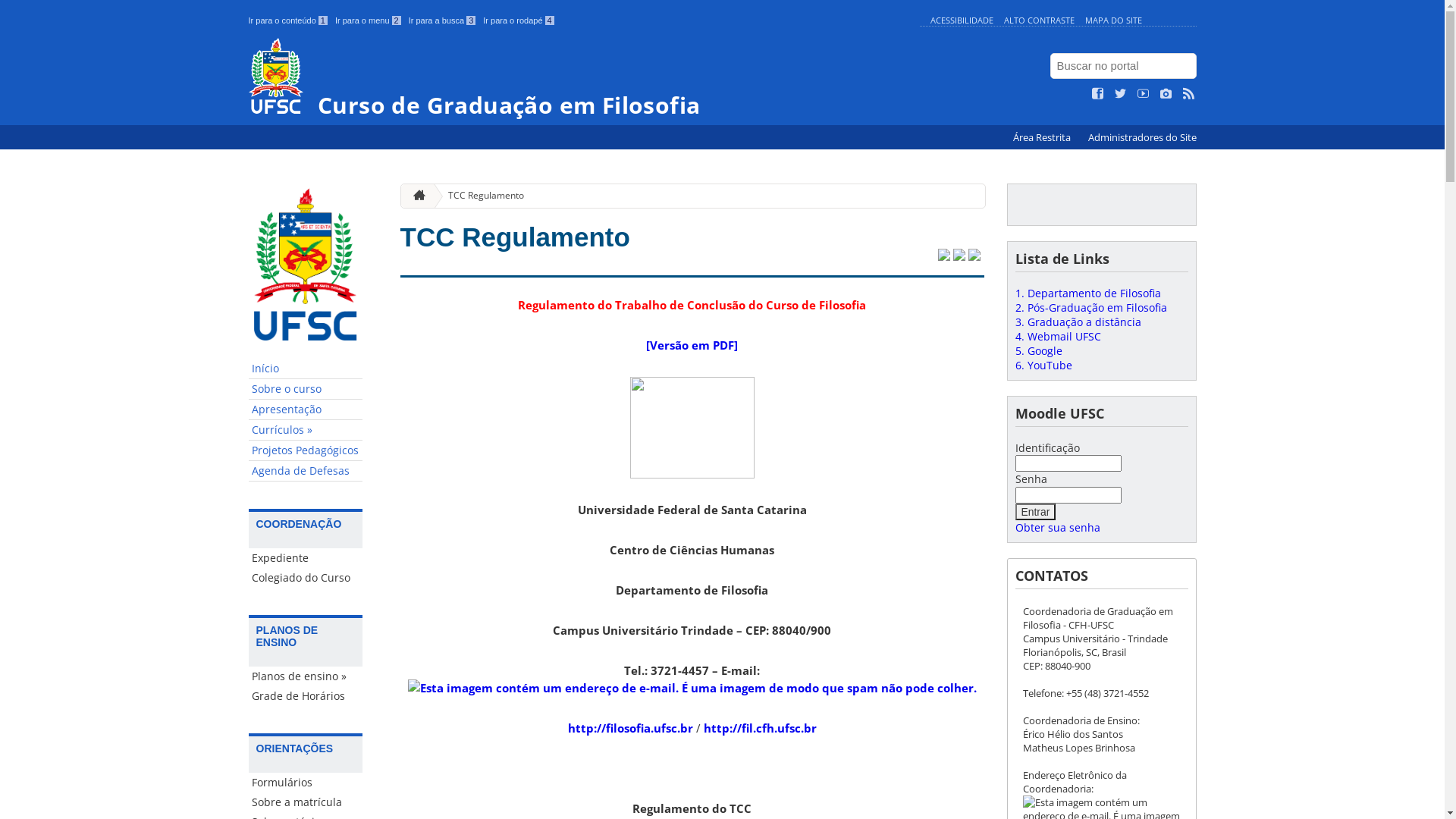  Describe the element at coordinates (1056, 335) in the screenshot. I see `'4. Webmail UFSC'` at that location.